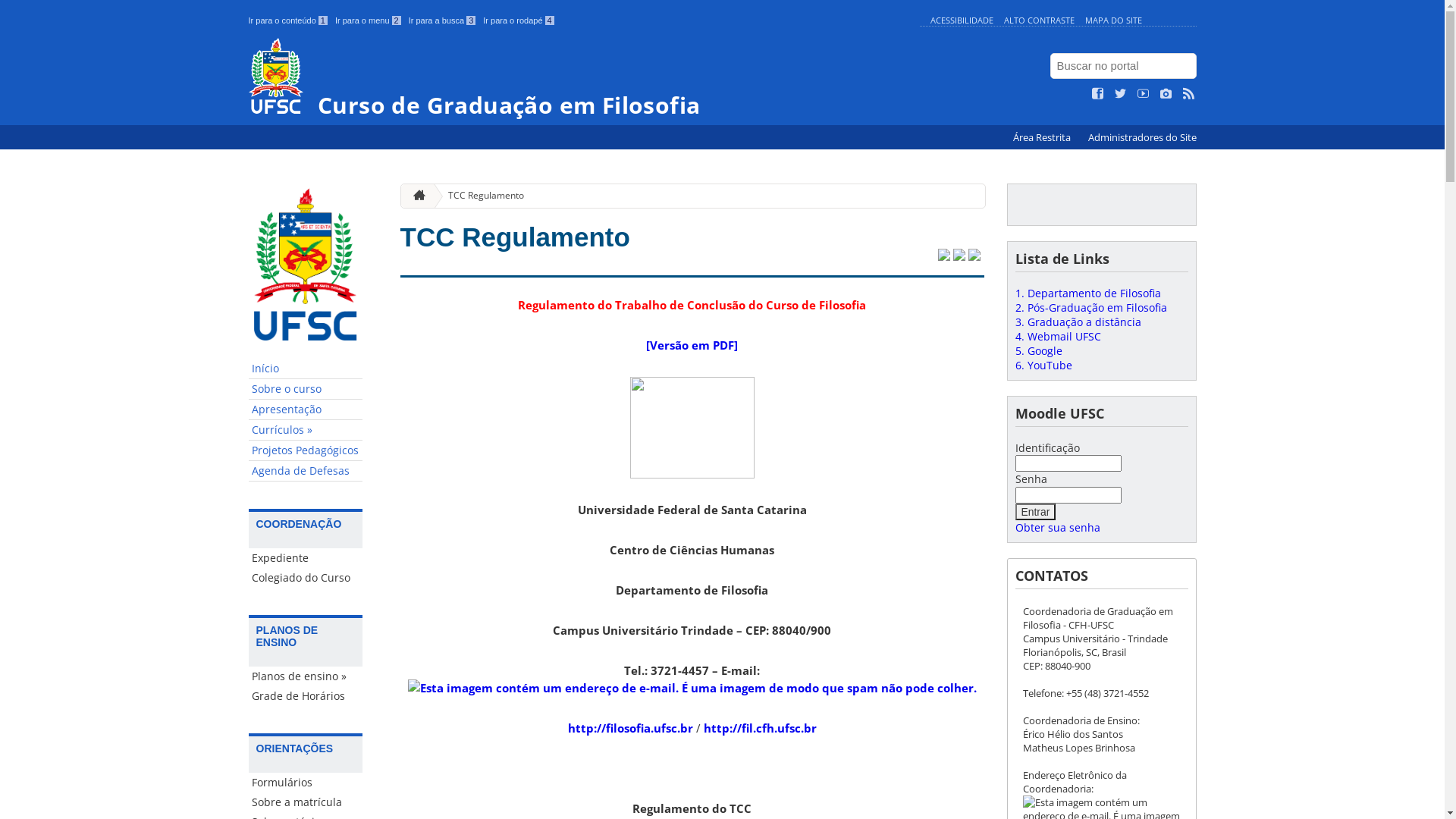  Describe the element at coordinates (1056, 335) in the screenshot. I see `'4. Webmail UFSC'` at that location.